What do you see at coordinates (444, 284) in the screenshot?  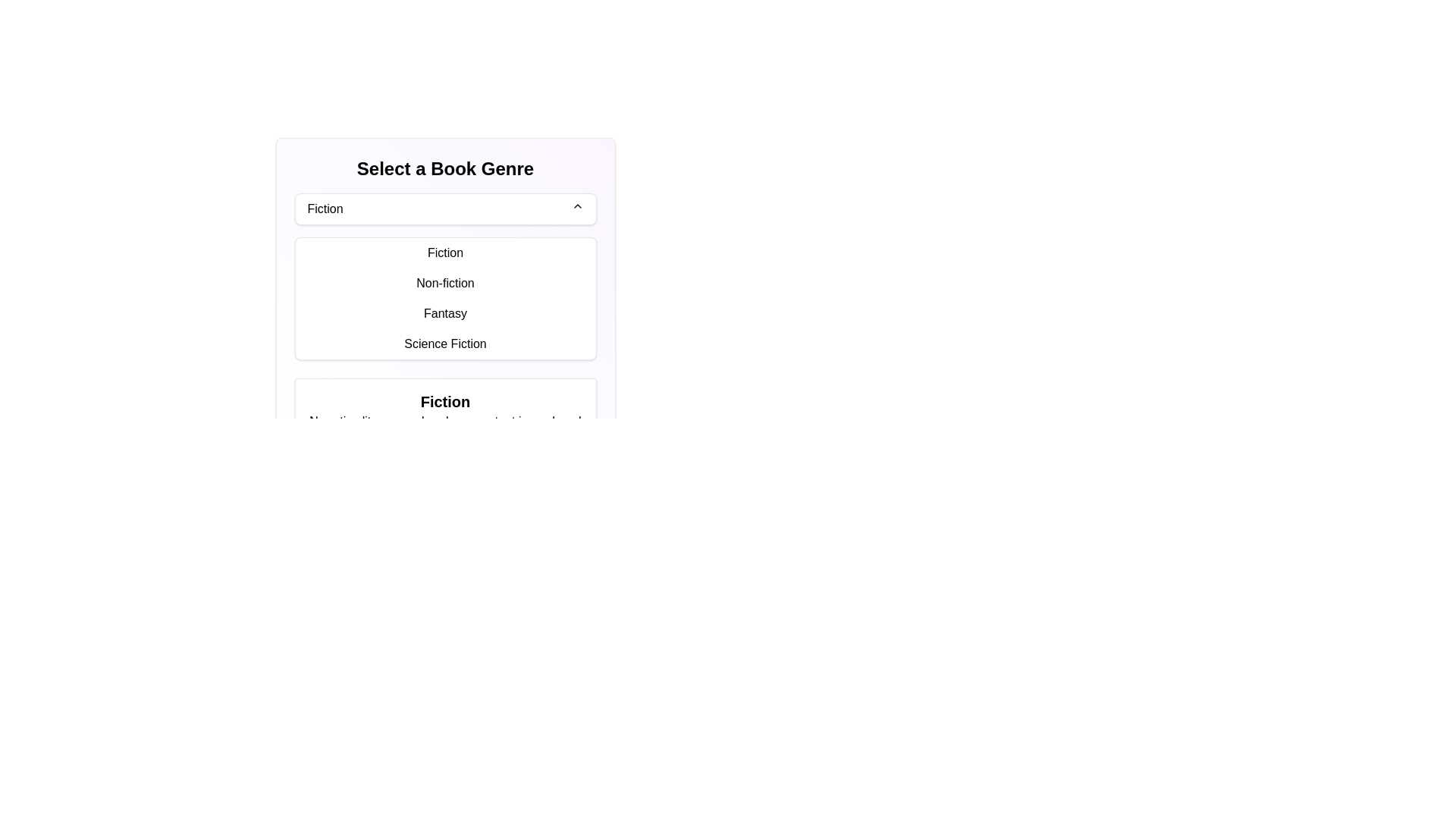 I see `the 'Non-fiction' selectable list item, which is styled as a text label and is the second item in a vertical list of options` at bounding box center [444, 284].